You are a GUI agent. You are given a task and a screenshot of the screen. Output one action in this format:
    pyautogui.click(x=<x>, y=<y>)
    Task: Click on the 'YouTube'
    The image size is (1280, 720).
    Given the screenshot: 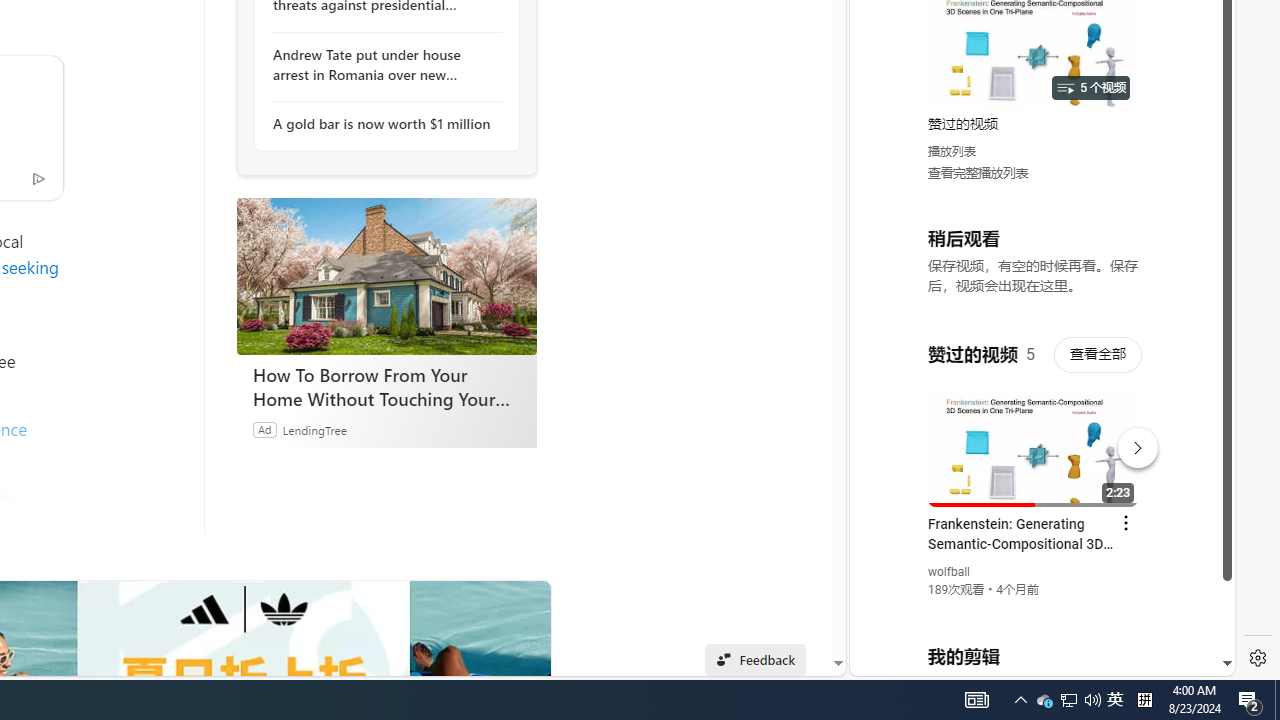 What is the action you would take?
    pyautogui.click(x=1034, y=431)
    